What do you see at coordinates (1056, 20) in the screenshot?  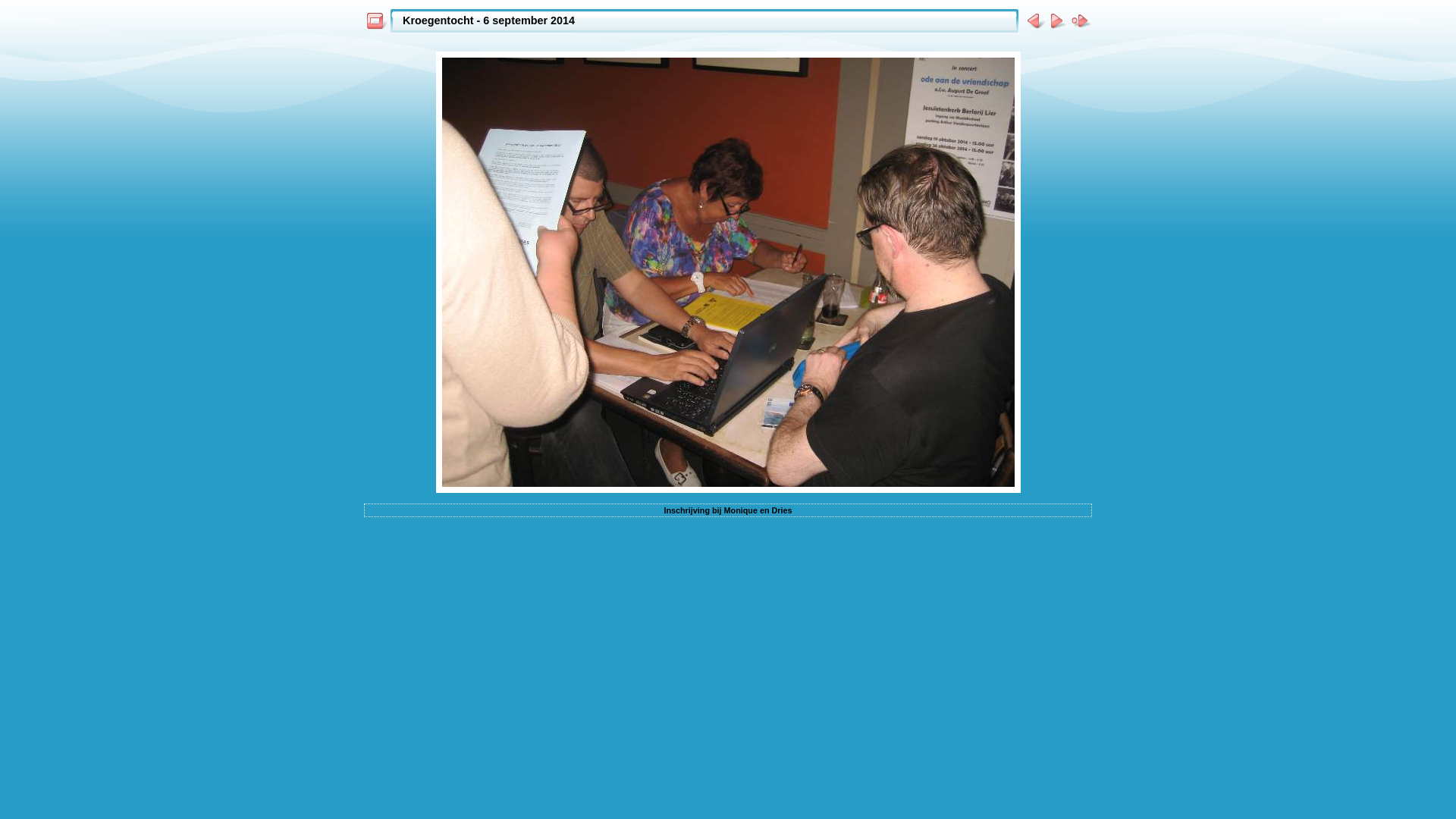 I see `' Volgende foto '` at bounding box center [1056, 20].